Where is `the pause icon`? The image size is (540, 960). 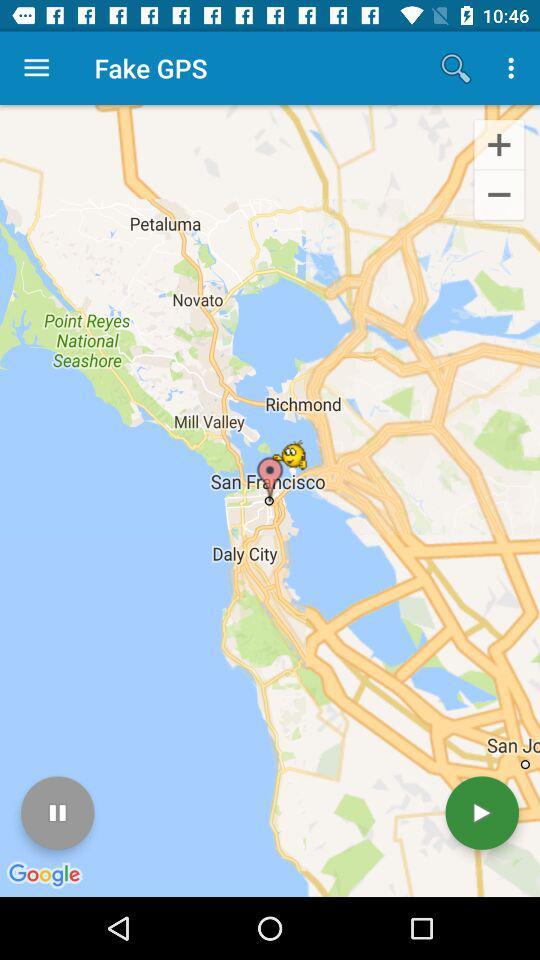
the pause icon is located at coordinates (57, 813).